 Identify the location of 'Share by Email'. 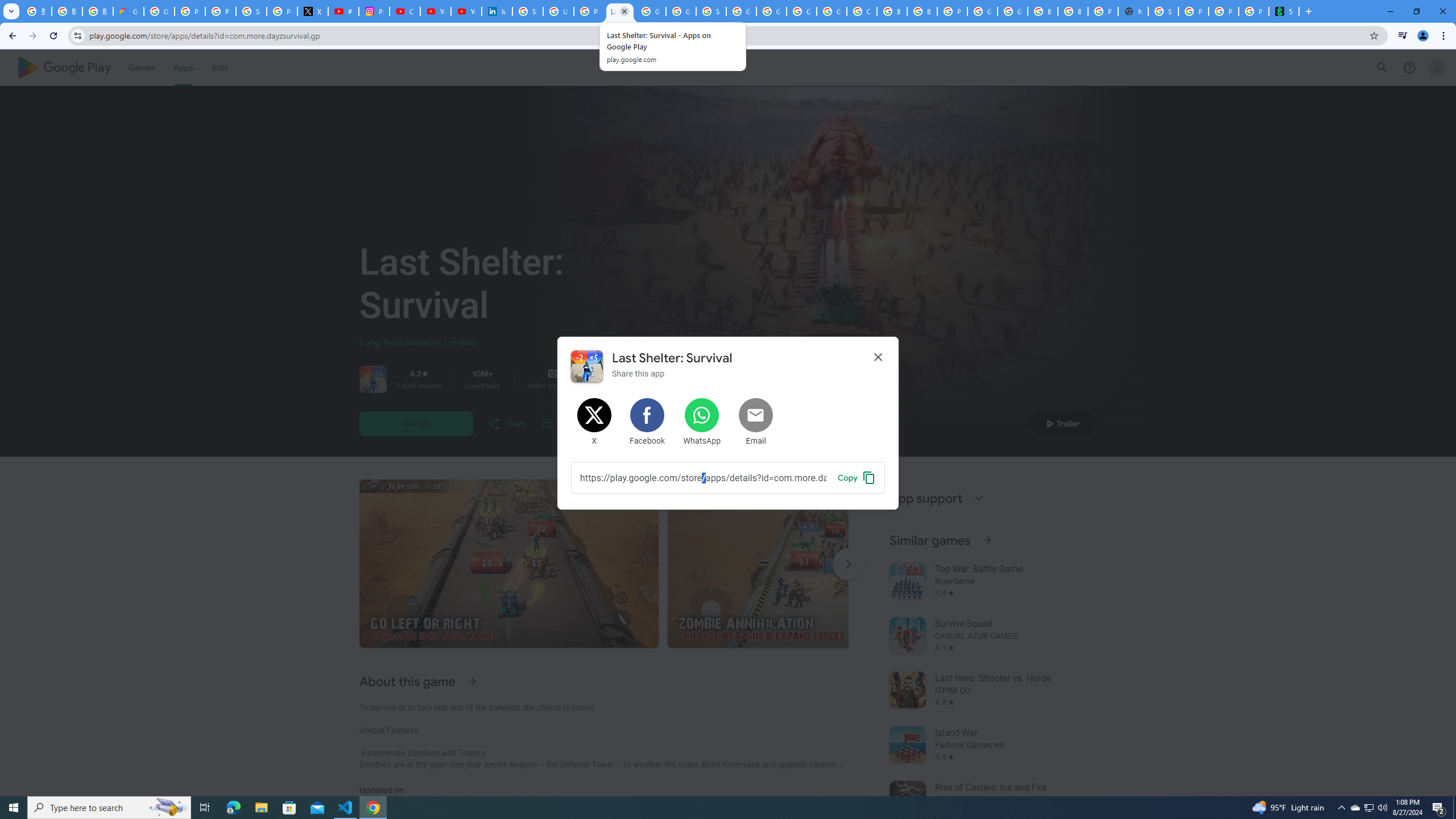
(755, 422).